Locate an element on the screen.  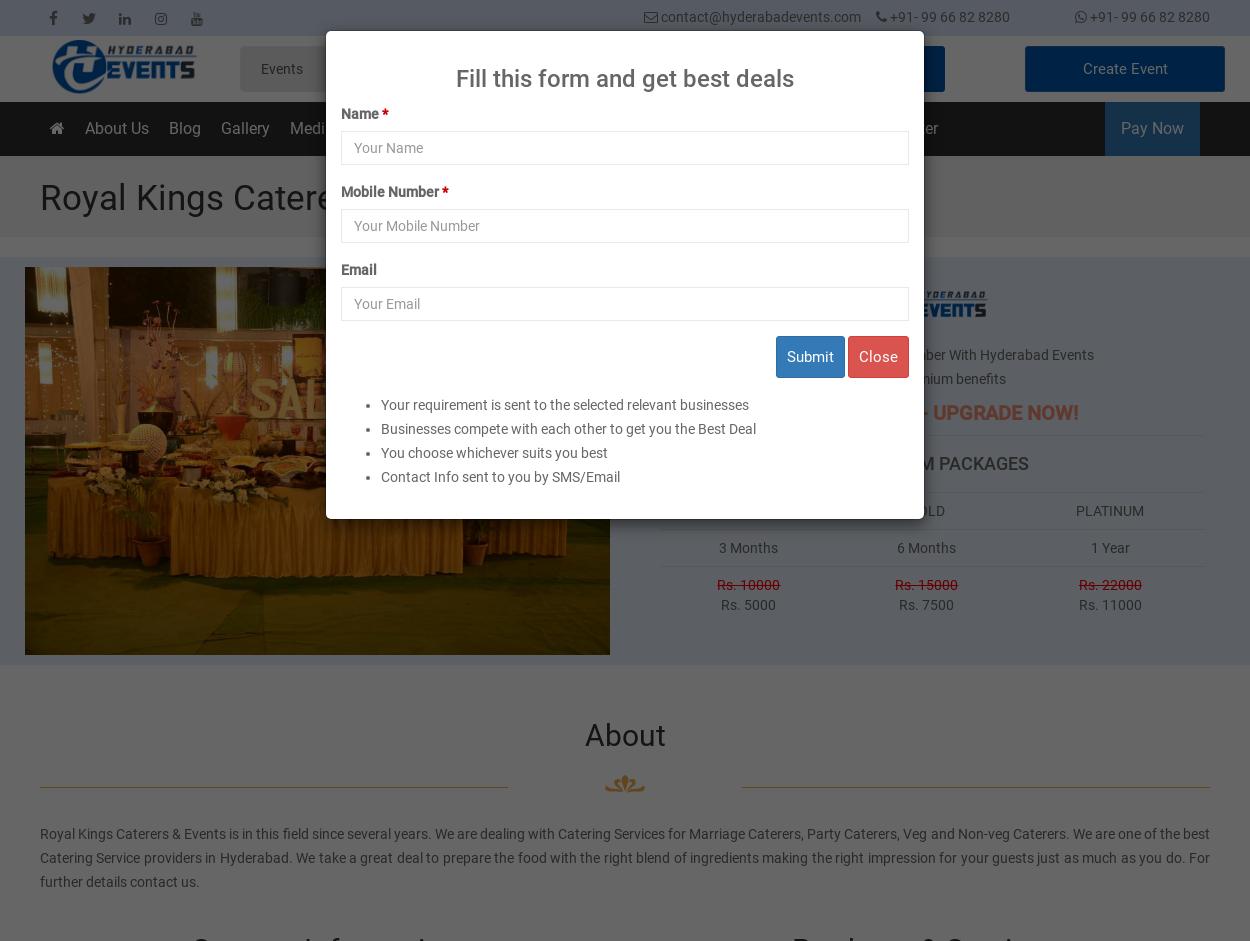
'Rs. 10000' is located at coordinates (716, 582).